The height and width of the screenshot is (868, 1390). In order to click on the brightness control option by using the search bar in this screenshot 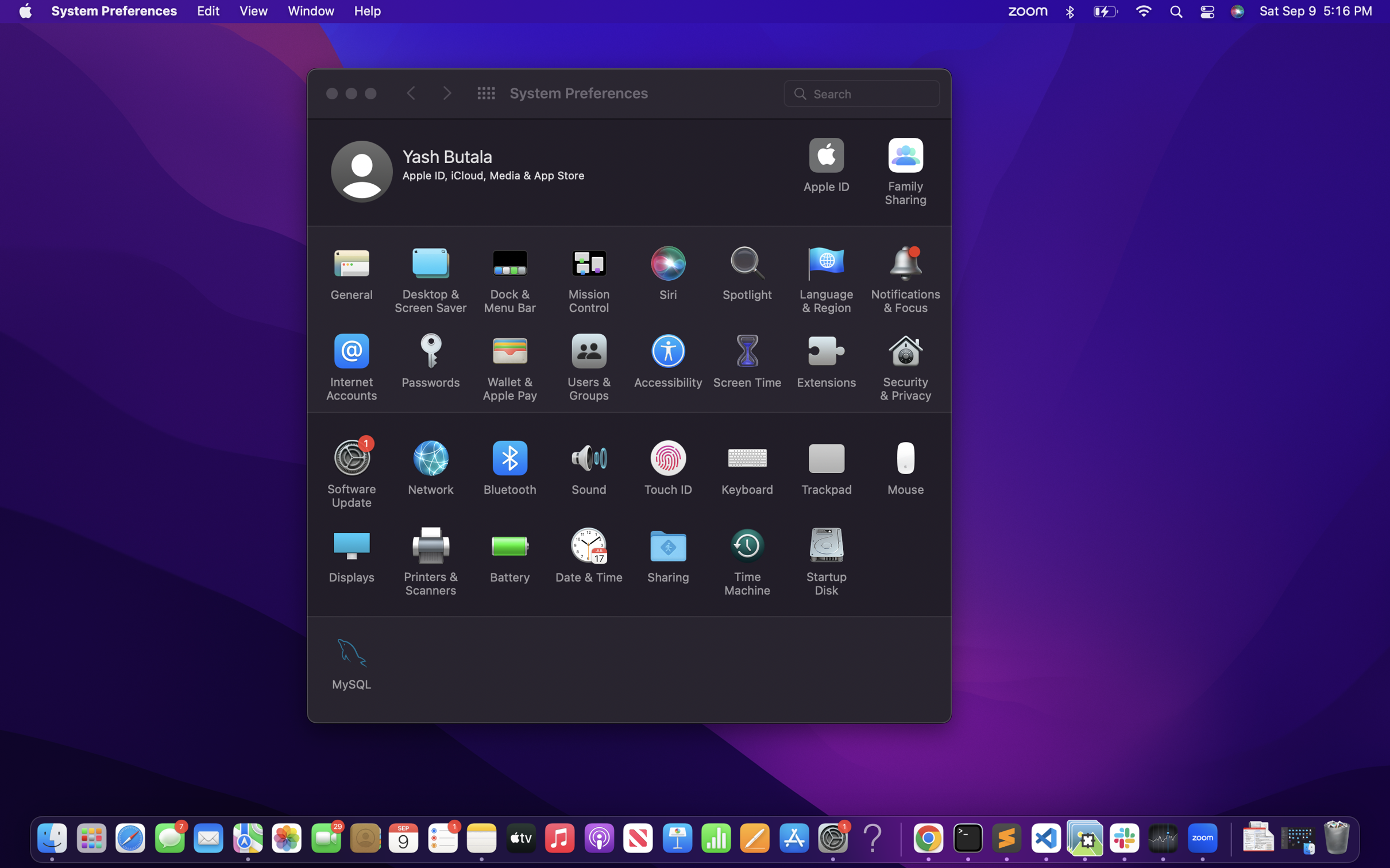, I will do `click(863, 92)`.